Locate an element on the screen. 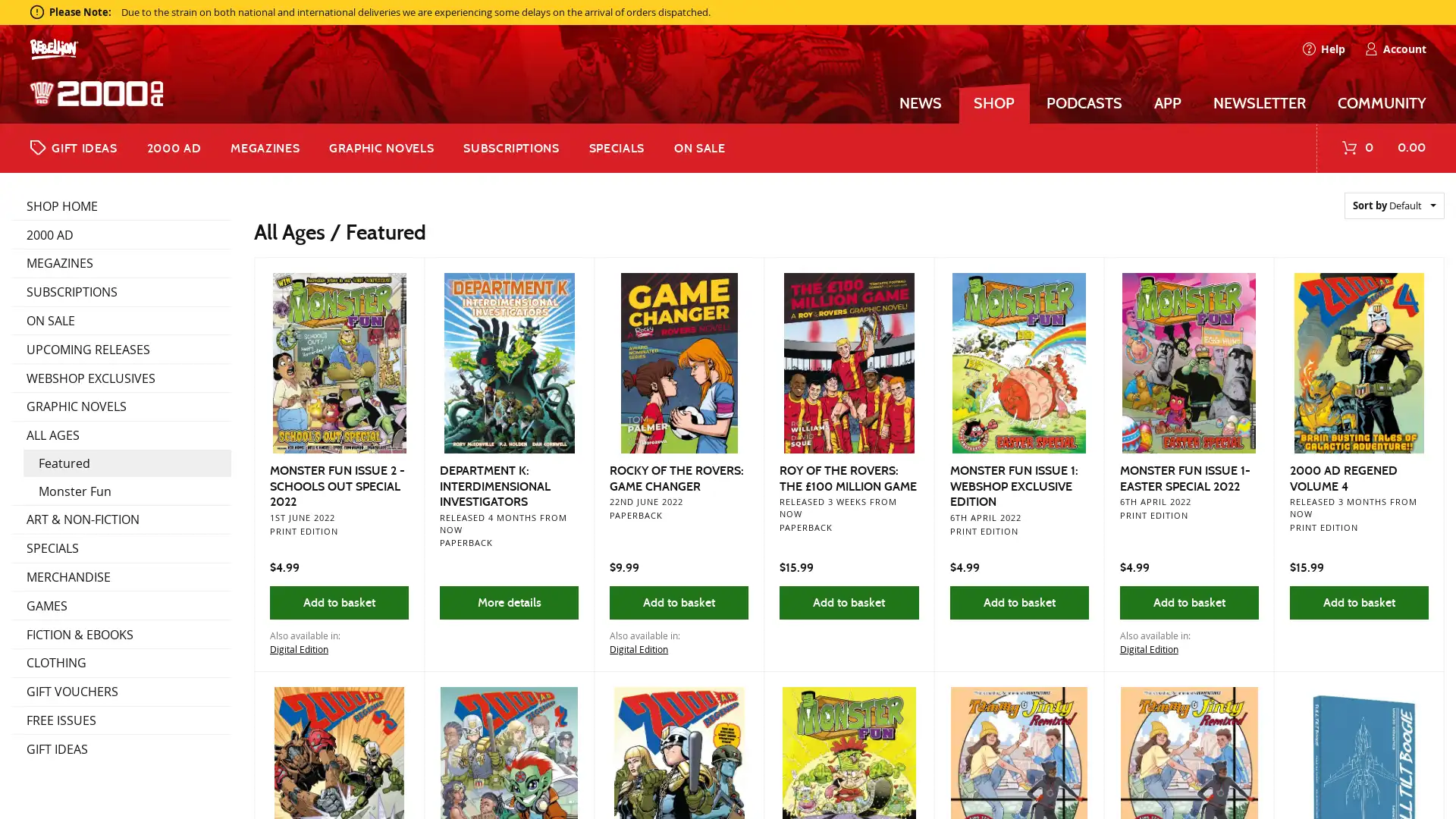 Image resolution: width=1456 pixels, height=819 pixels. Add to basket is located at coordinates (337, 601).